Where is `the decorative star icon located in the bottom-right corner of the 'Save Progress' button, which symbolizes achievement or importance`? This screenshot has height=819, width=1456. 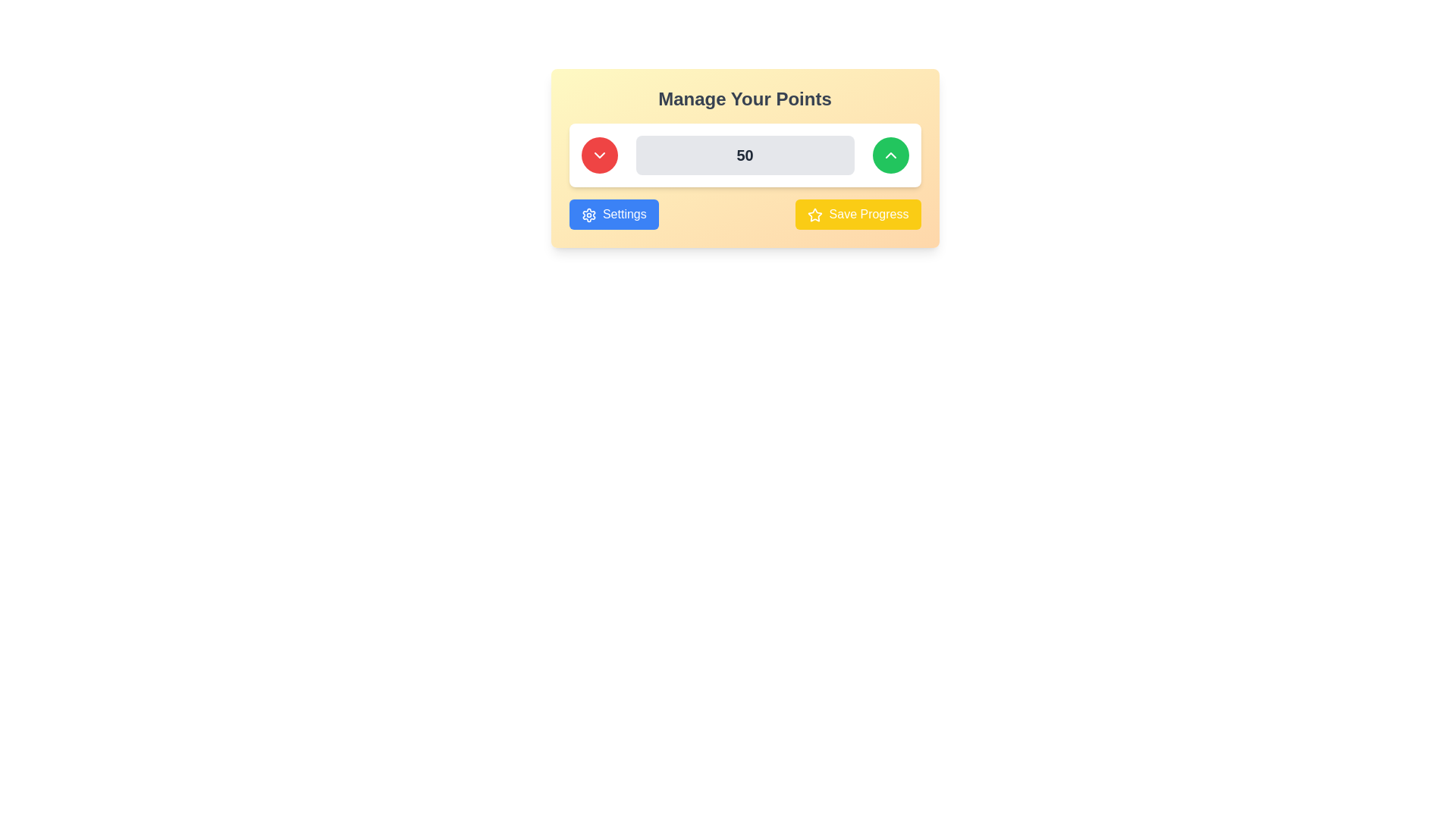 the decorative star icon located in the bottom-right corner of the 'Save Progress' button, which symbolizes achievement or importance is located at coordinates (814, 215).